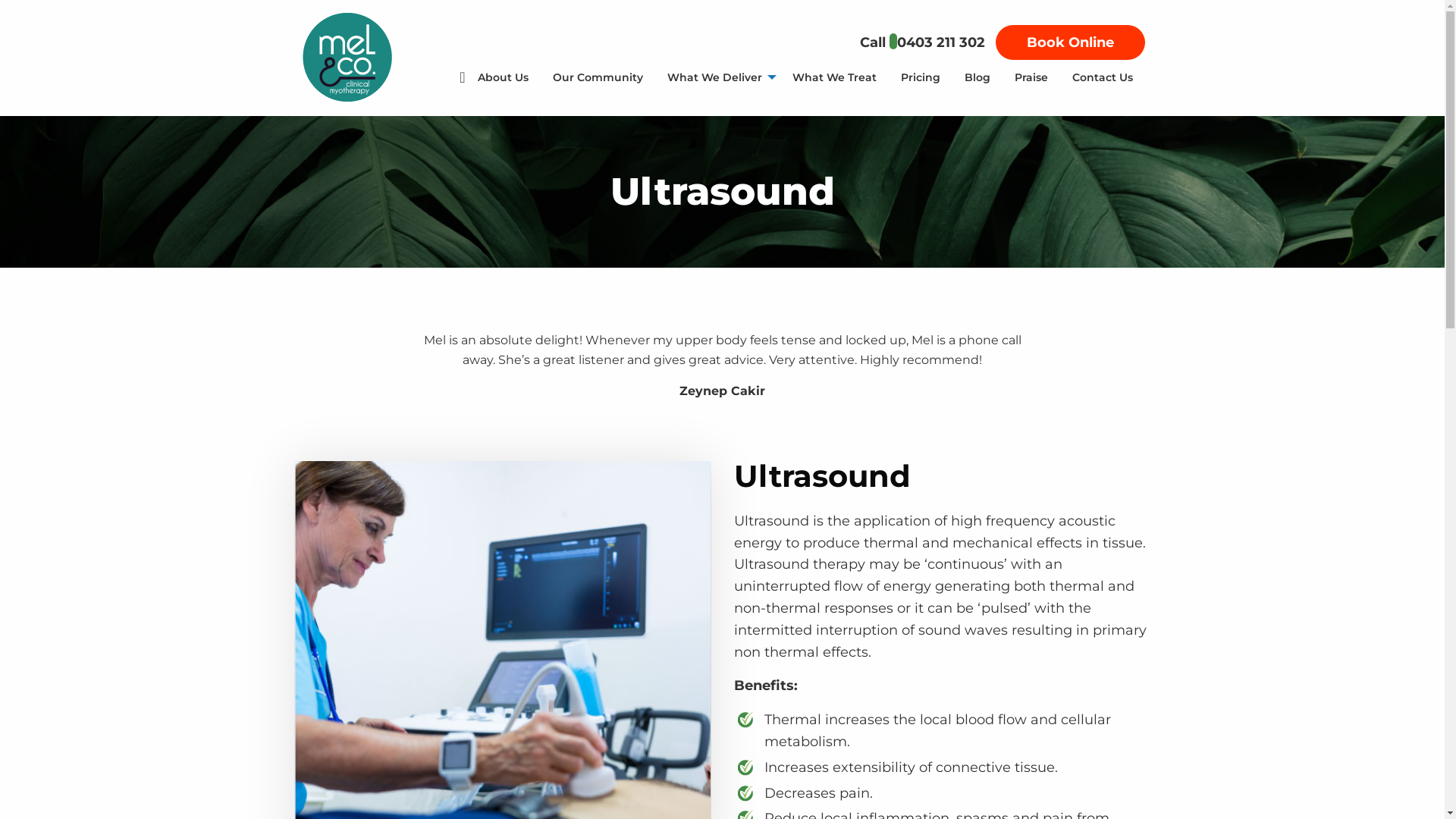 This screenshot has height=819, width=1456. What do you see at coordinates (1068, 42) in the screenshot?
I see `'Book Online'` at bounding box center [1068, 42].